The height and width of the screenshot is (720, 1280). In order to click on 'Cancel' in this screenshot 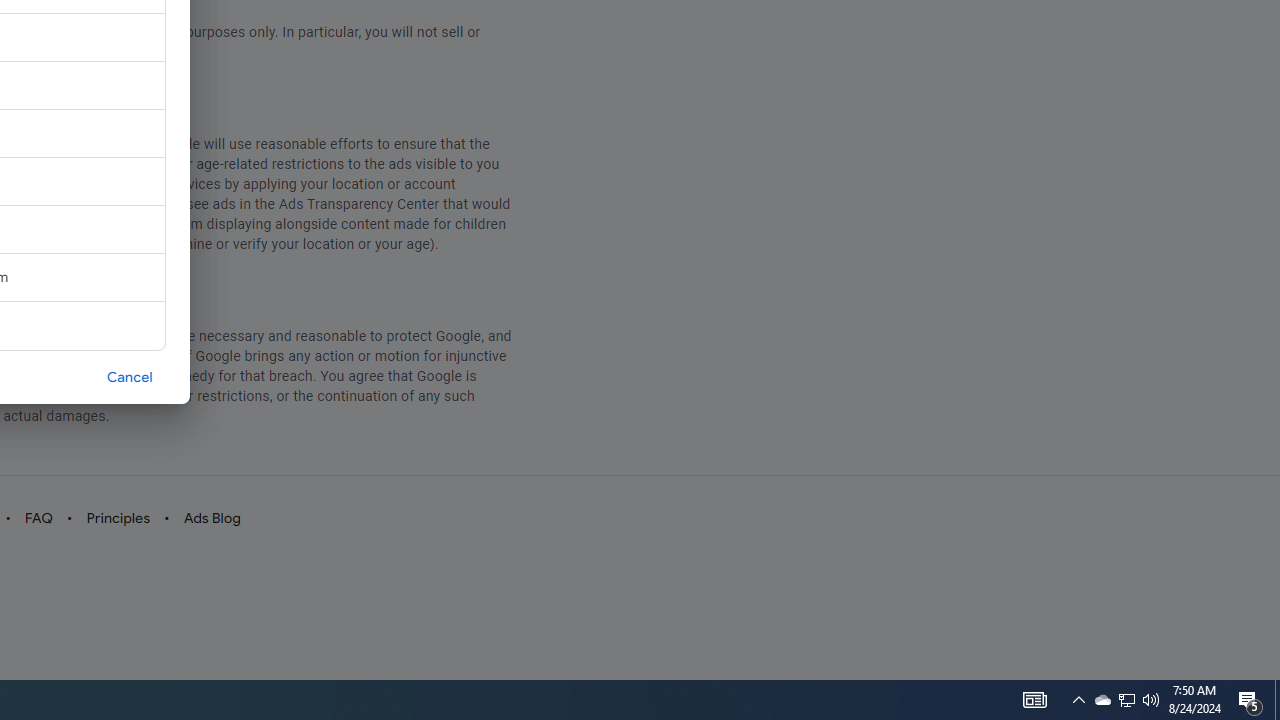, I will do `click(128, 376)`.